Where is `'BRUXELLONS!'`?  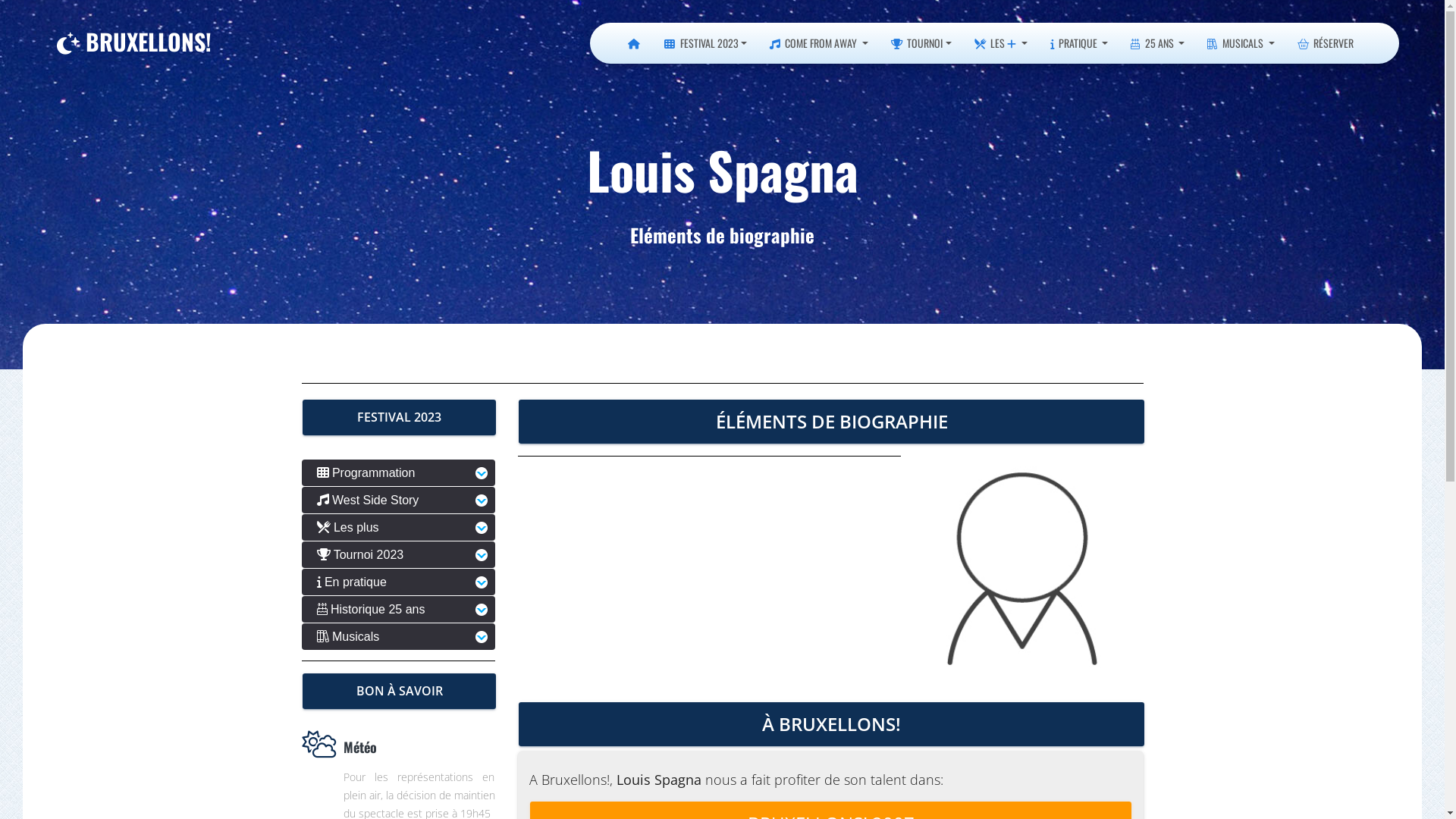 'BRUXELLONS!' is located at coordinates (134, 42).